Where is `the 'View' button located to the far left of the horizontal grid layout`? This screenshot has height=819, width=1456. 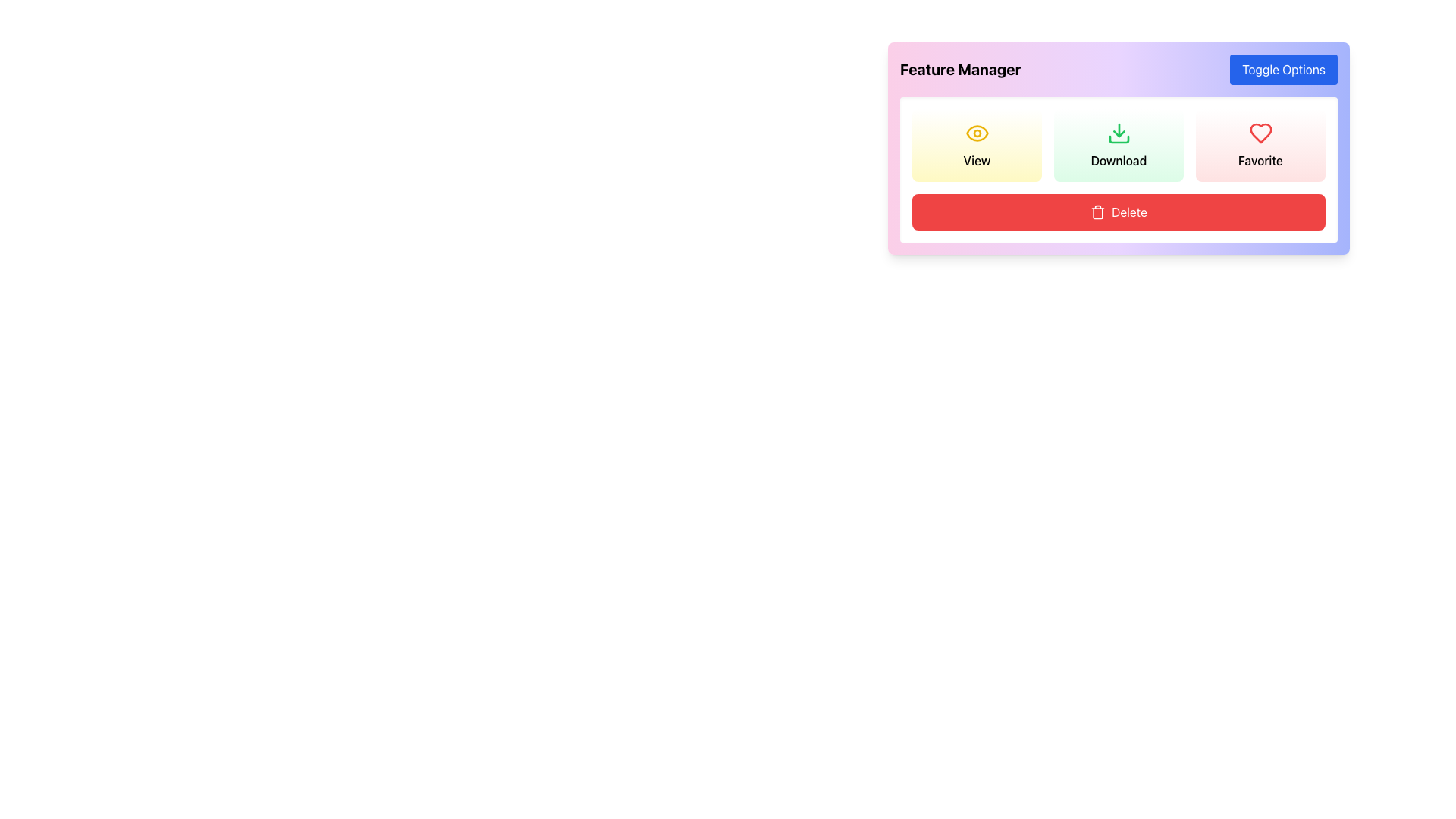 the 'View' button located to the far left of the horizontal grid layout is located at coordinates (977, 146).